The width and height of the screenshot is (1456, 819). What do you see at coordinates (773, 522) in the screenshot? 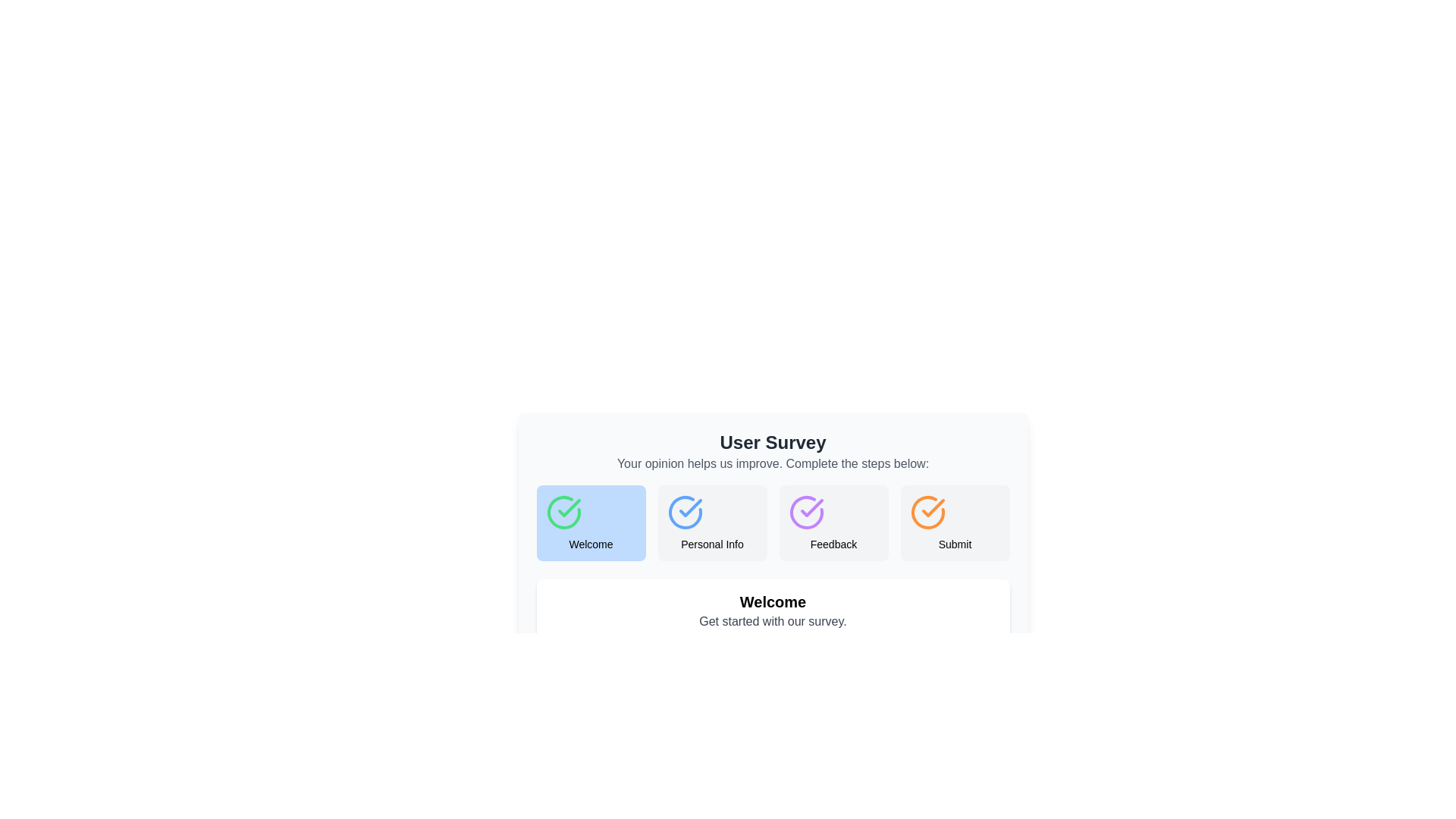
I see `the individual labels in the Progress indicator grid` at bounding box center [773, 522].